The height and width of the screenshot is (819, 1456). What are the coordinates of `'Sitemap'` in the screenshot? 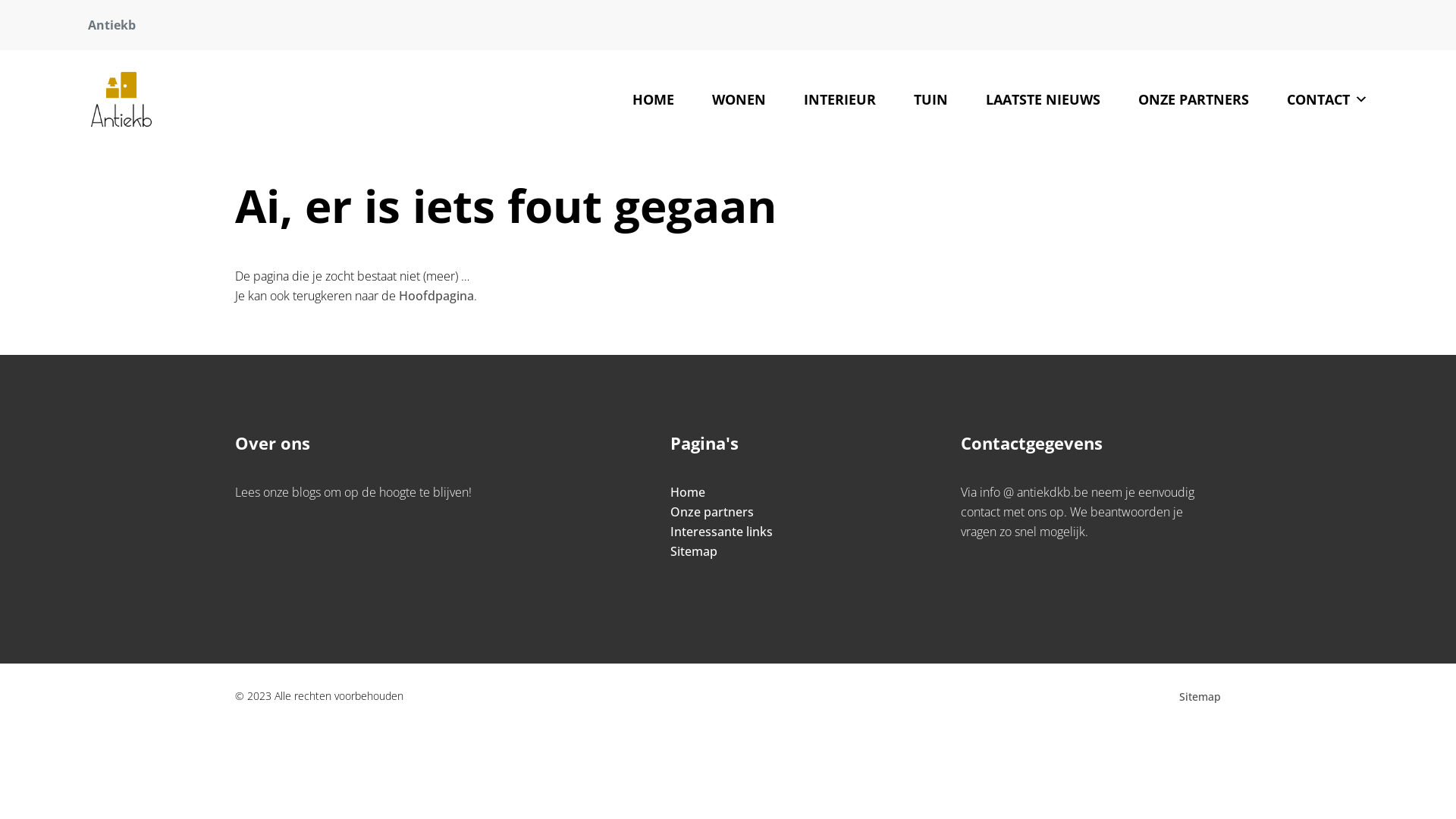 It's located at (693, 551).